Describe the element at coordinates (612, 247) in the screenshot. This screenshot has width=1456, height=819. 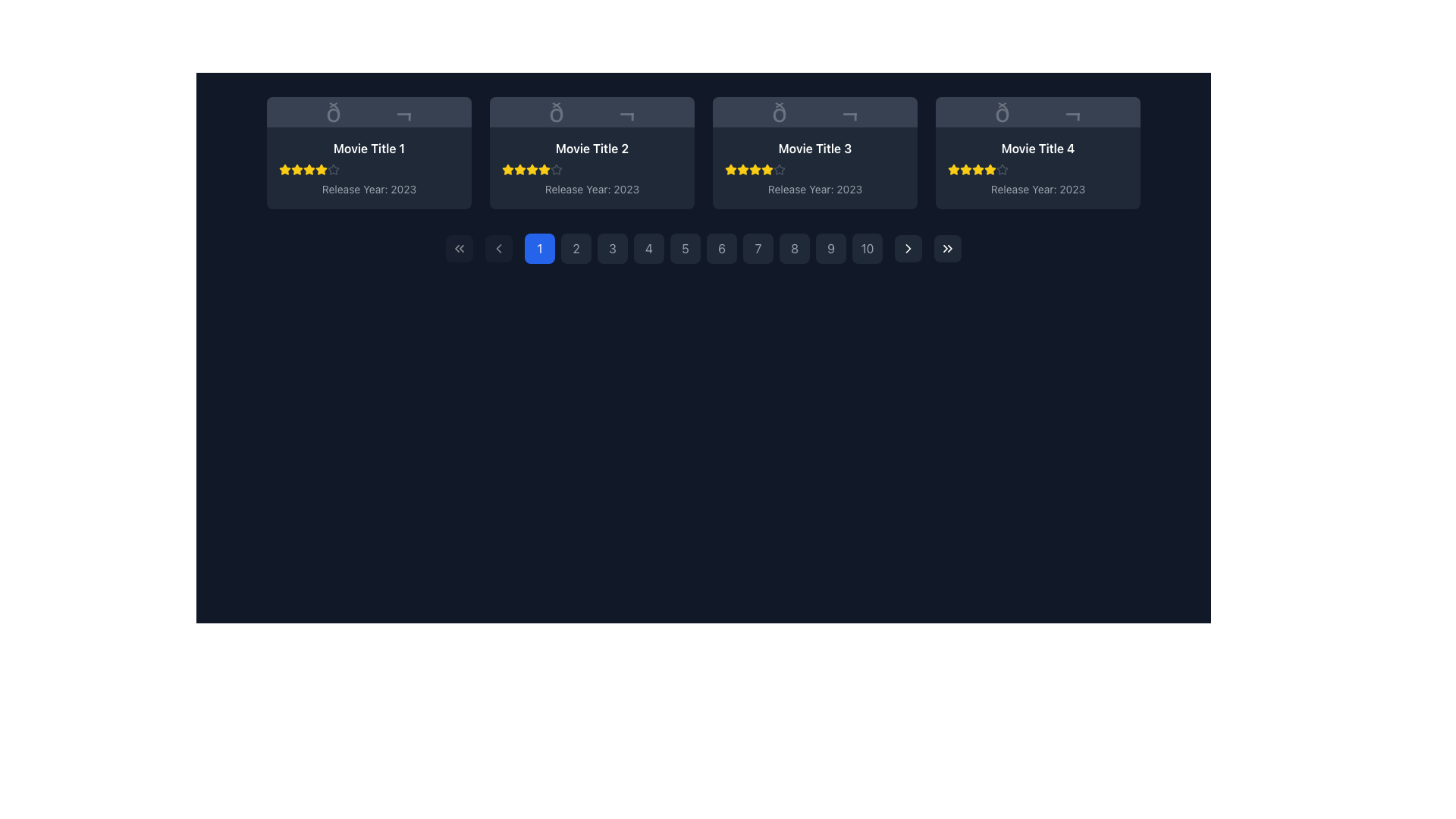
I see `the circular button with a dark gray background and the number '3' in light gray color, which is the third button in a row of numbered buttons` at that location.